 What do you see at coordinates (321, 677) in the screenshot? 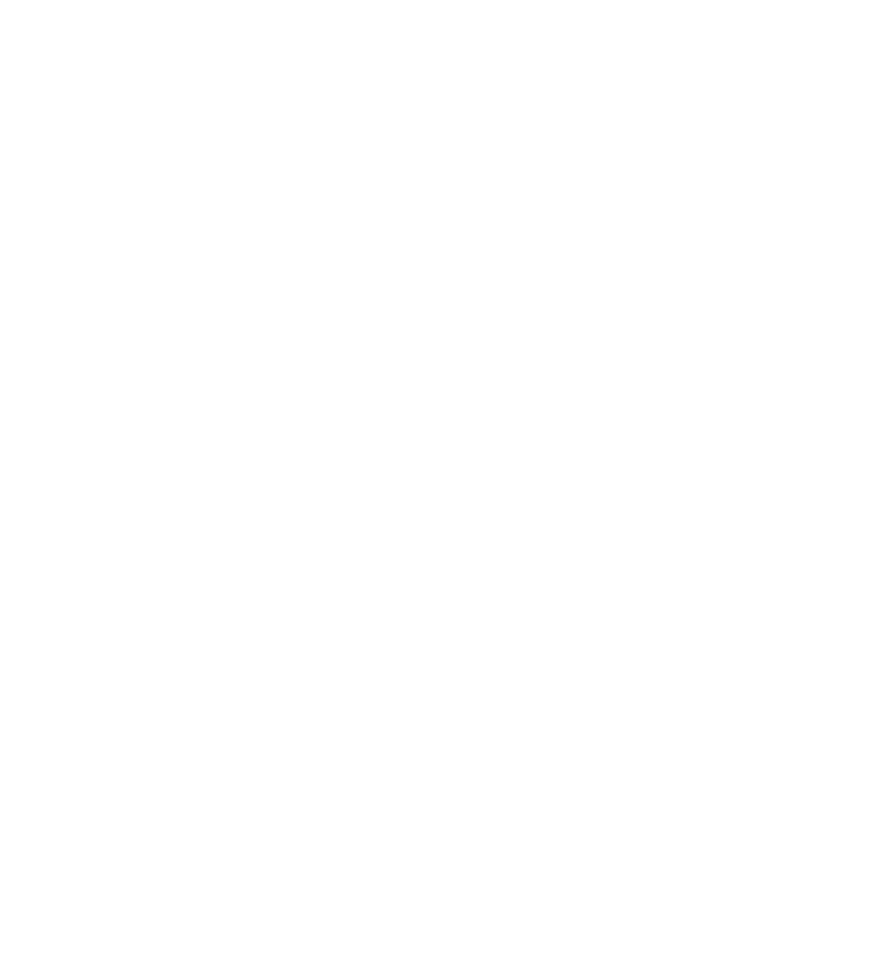
I see `'Lawo Launches Crystal Broadcast Console'` at bounding box center [321, 677].